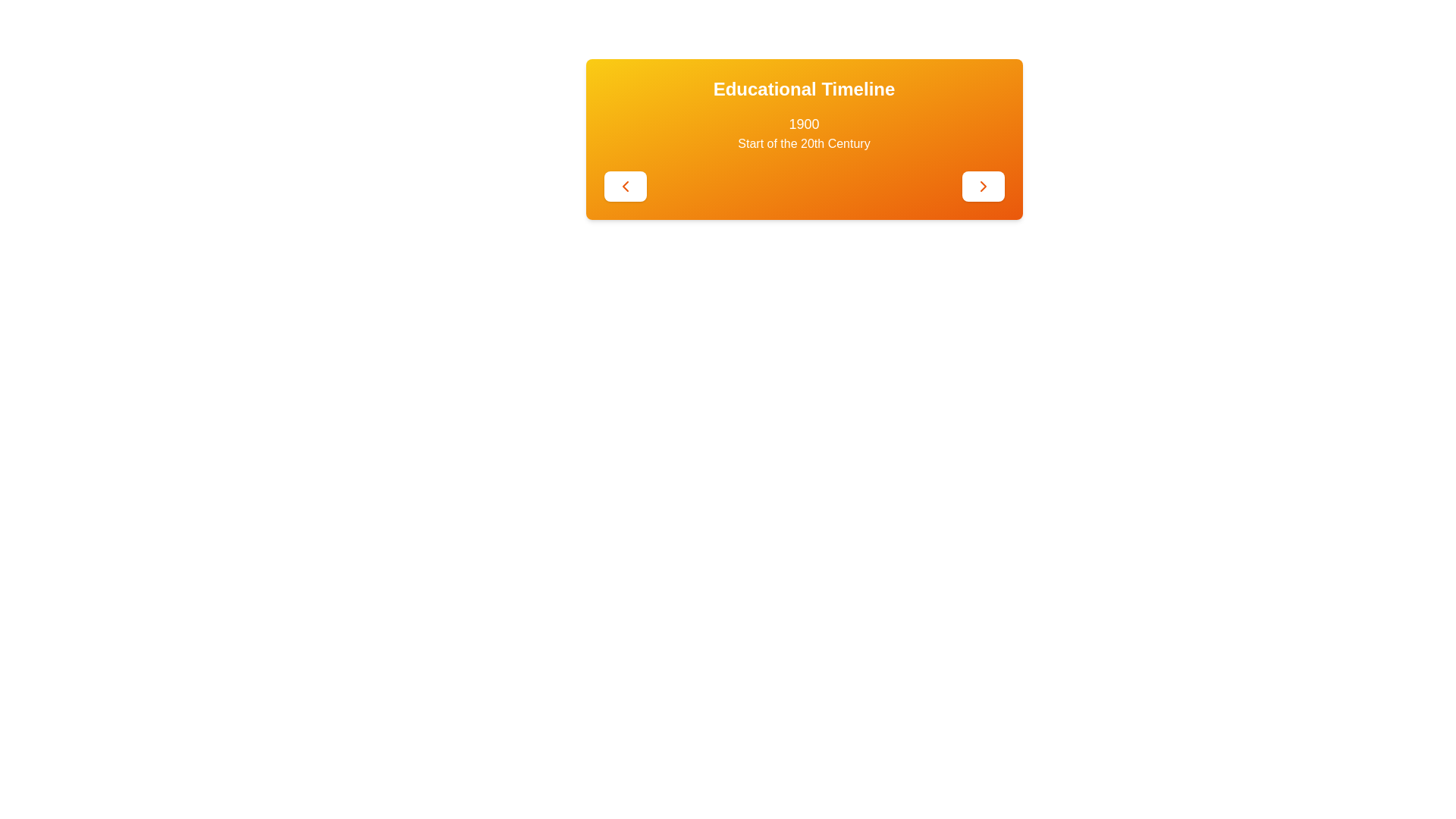 Image resolution: width=1456 pixels, height=819 pixels. Describe the element at coordinates (803, 143) in the screenshot. I see `text label that displays 'Start of the 20th Century' located below the '1900' text in the timeline view with a gradient orange background` at that location.